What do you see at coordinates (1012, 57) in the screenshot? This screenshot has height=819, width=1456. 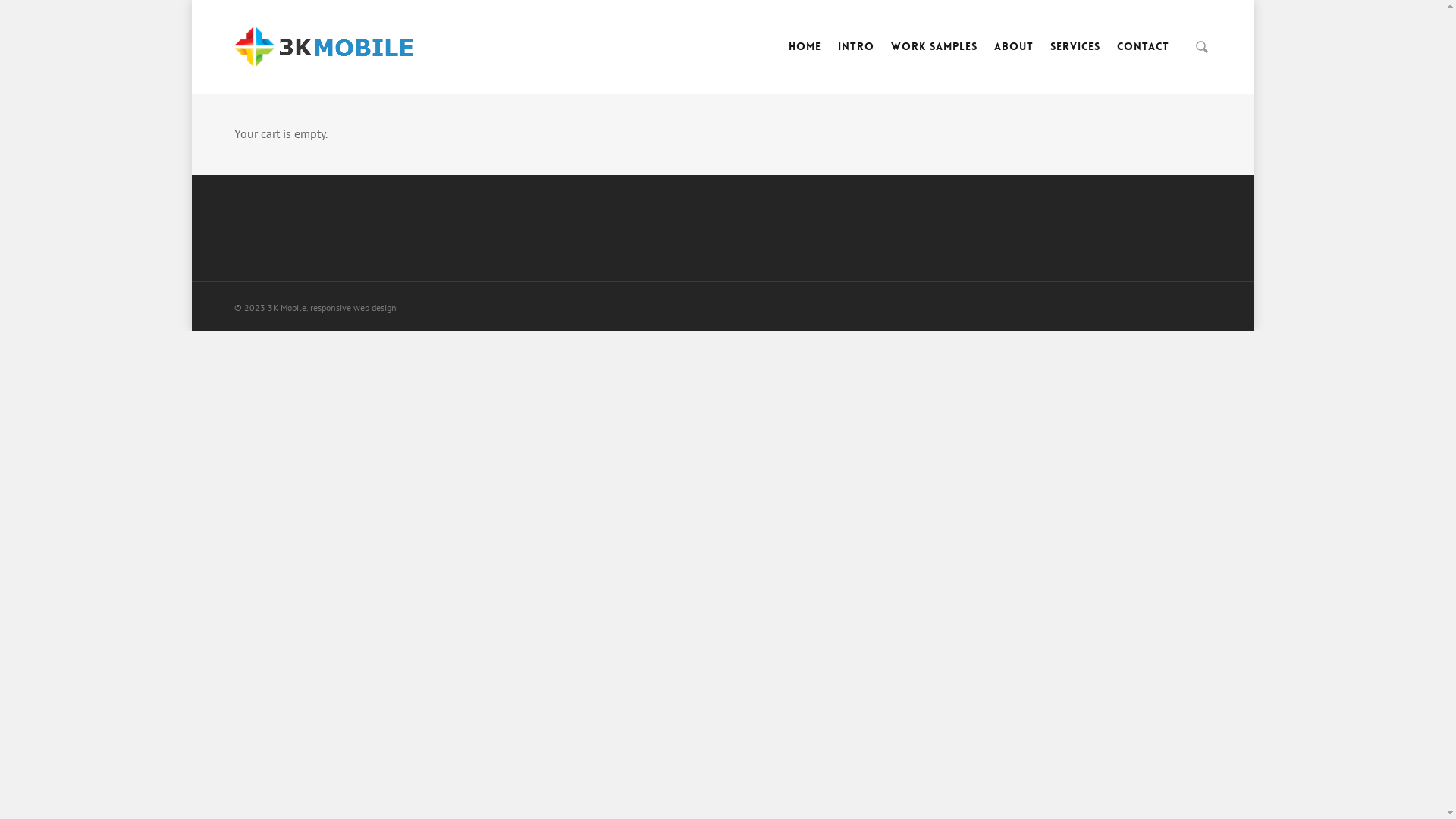 I see `'About'` at bounding box center [1012, 57].